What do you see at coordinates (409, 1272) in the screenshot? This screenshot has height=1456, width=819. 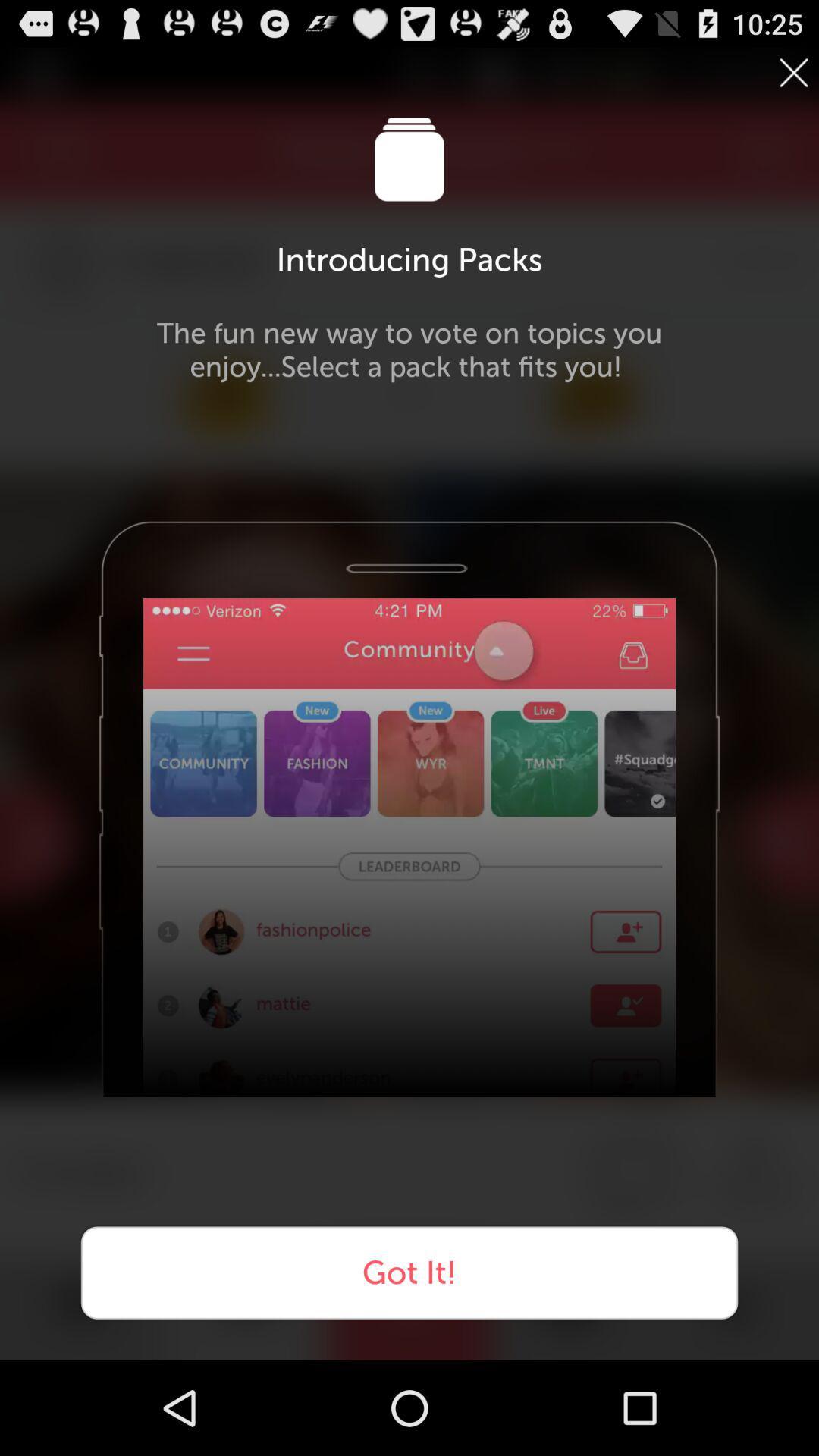 I see `got it!` at bounding box center [409, 1272].